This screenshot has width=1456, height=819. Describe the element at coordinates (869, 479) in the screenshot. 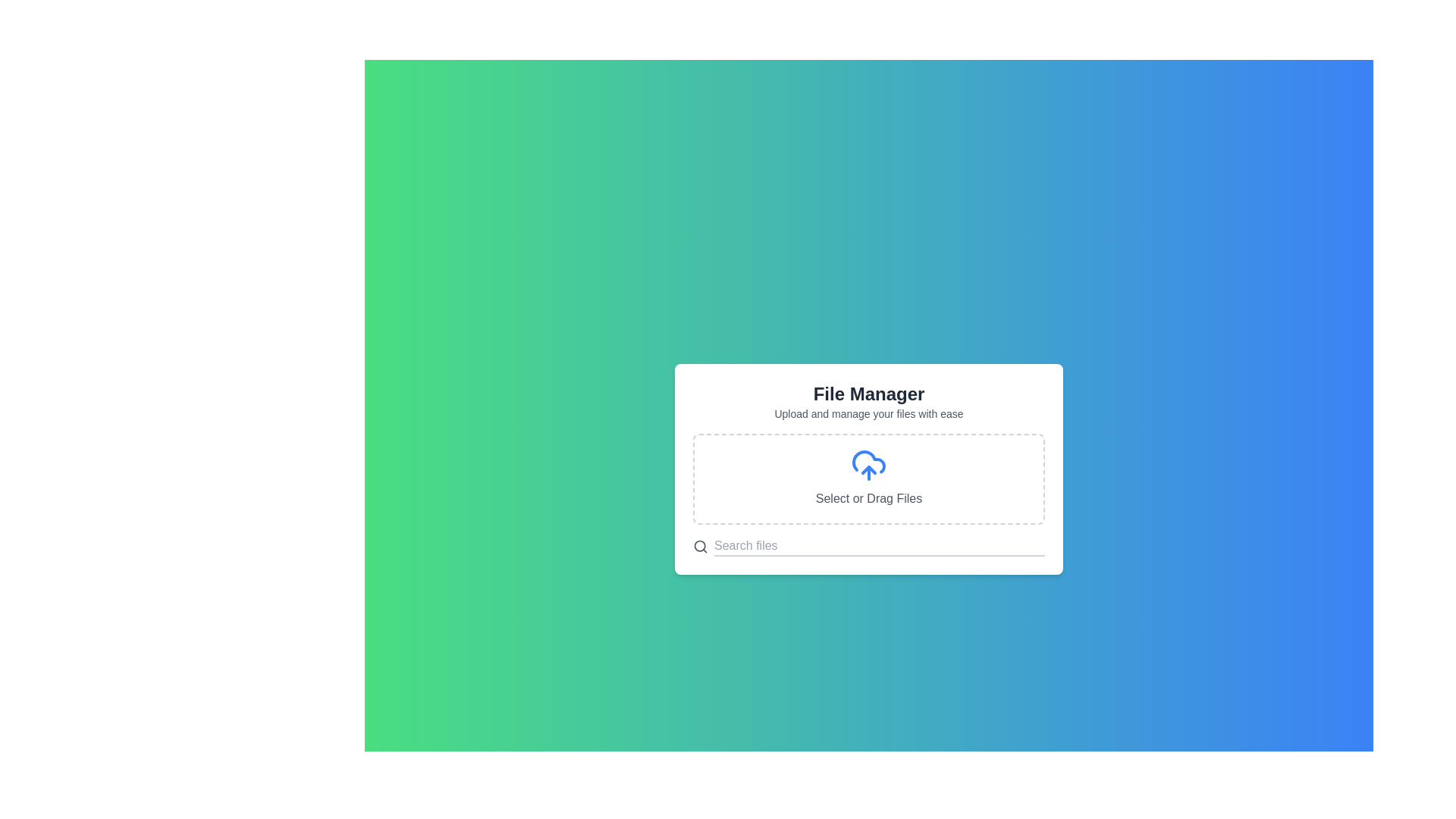

I see `the interactive file input area with a dashed border and a blue cloud upload icon, which is centrally positioned and labeled 'Select or Drag Files', to initiate file selection` at that location.